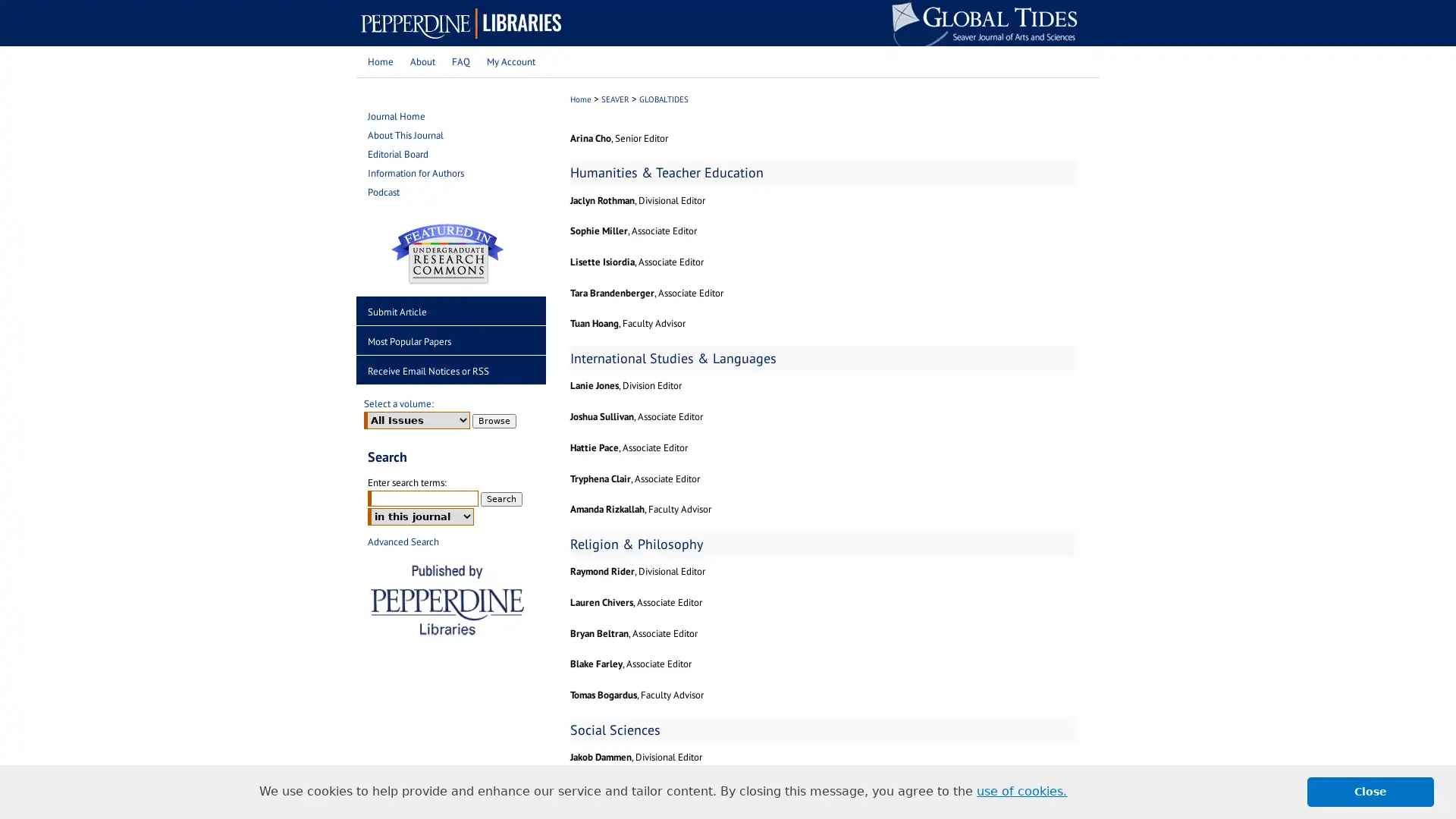 The width and height of the screenshot is (1456, 819). What do you see at coordinates (501, 498) in the screenshot?
I see `Search` at bounding box center [501, 498].